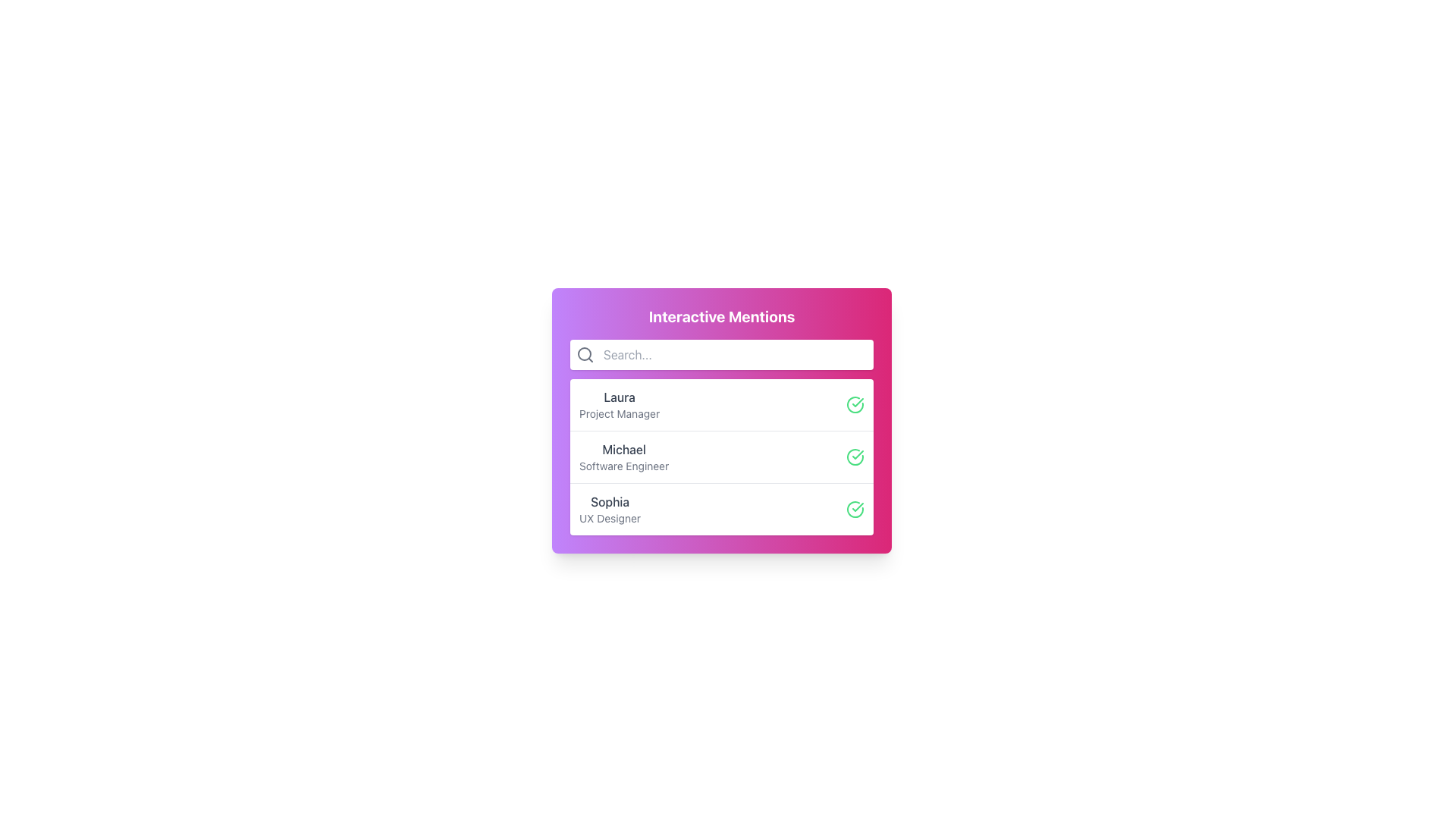  What do you see at coordinates (610, 502) in the screenshot?
I see `the text label displaying the name 'Sophia', which is part of a user information block and located in the bottom list item of the user mention list` at bounding box center [610, 502].